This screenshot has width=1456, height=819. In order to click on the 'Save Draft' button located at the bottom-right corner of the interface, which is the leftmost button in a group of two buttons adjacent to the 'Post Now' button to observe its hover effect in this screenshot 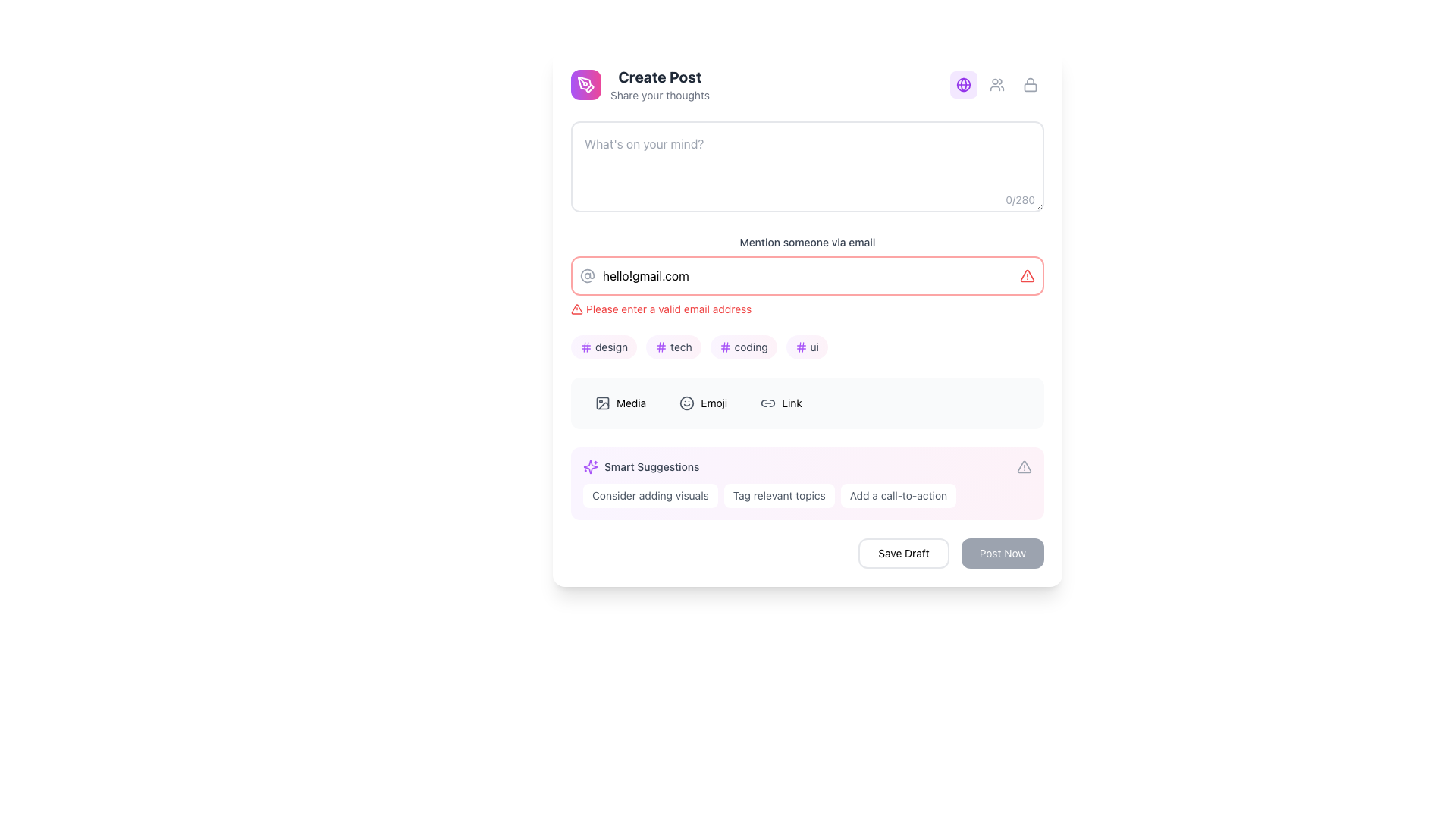, I will do `click(903, 553)`.